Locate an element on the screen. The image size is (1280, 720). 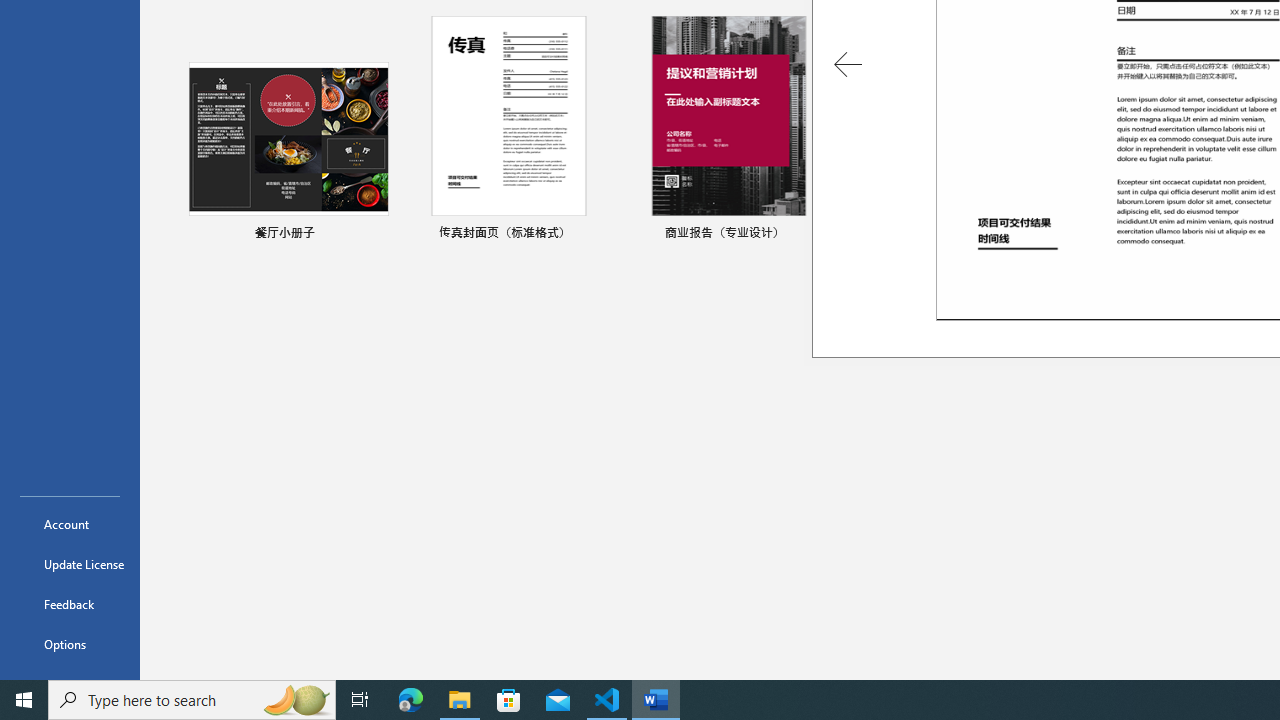
'Options' is located at coordinates (69, 644).